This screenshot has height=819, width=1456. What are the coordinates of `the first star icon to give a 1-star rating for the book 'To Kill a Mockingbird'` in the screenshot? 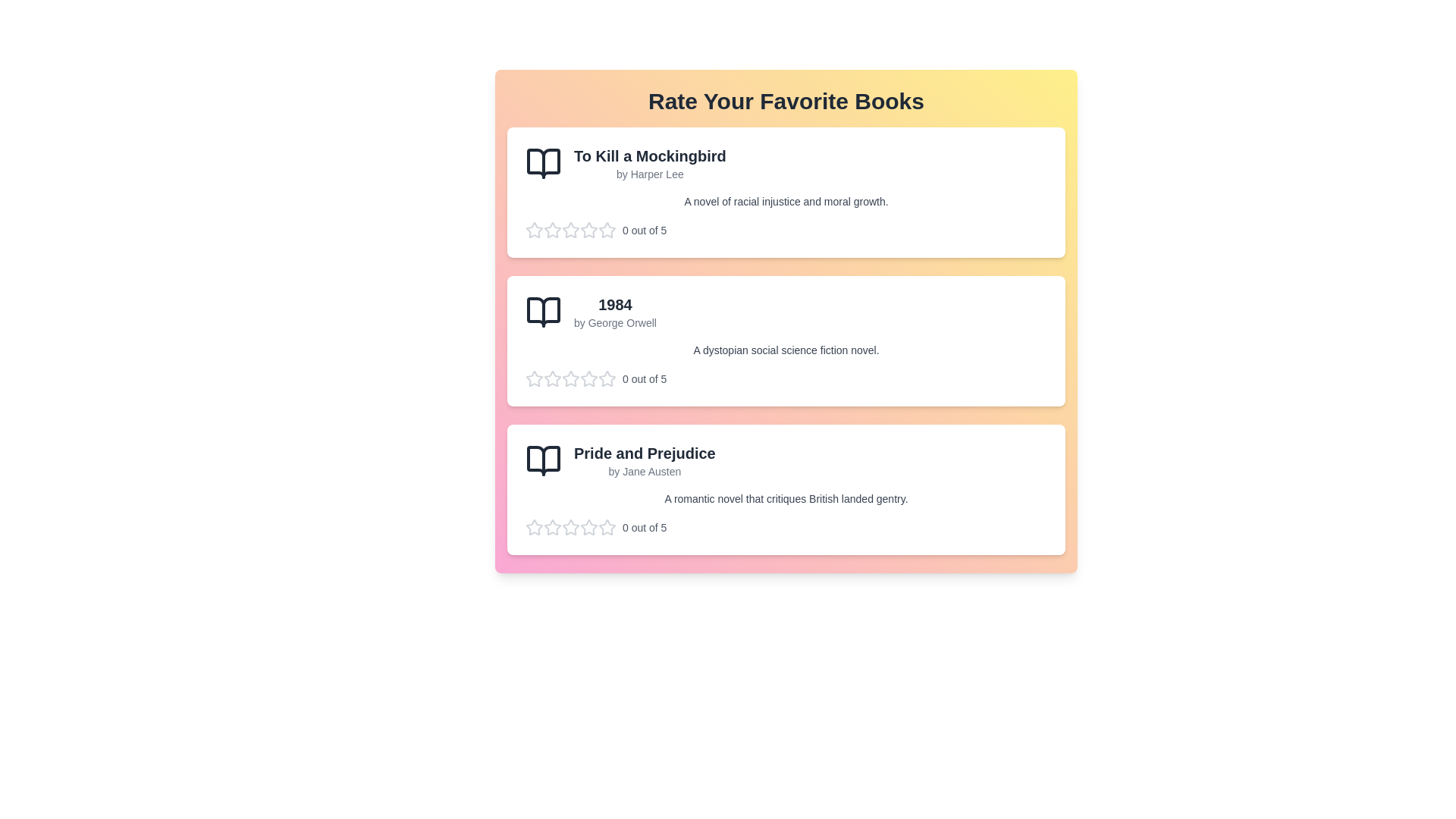 It's located at (588, 230).